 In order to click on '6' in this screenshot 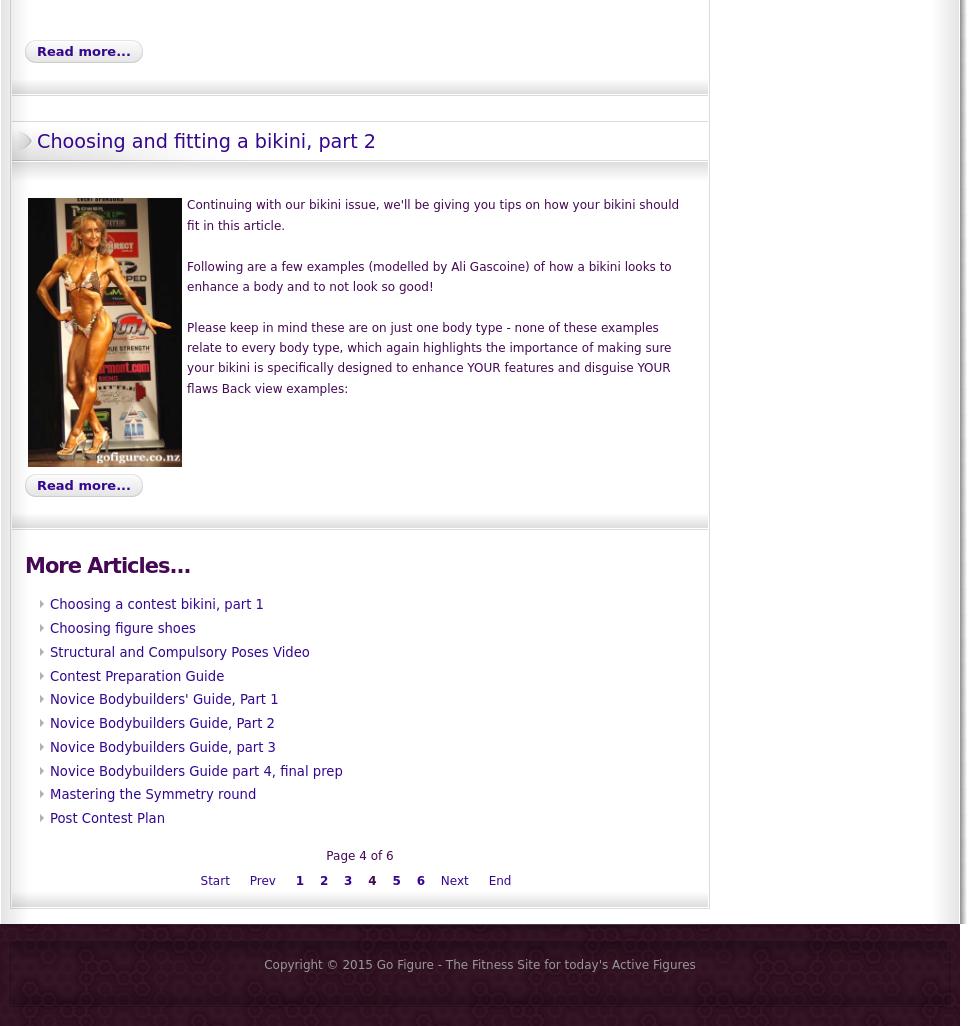, I will do `click(420, 880)`.